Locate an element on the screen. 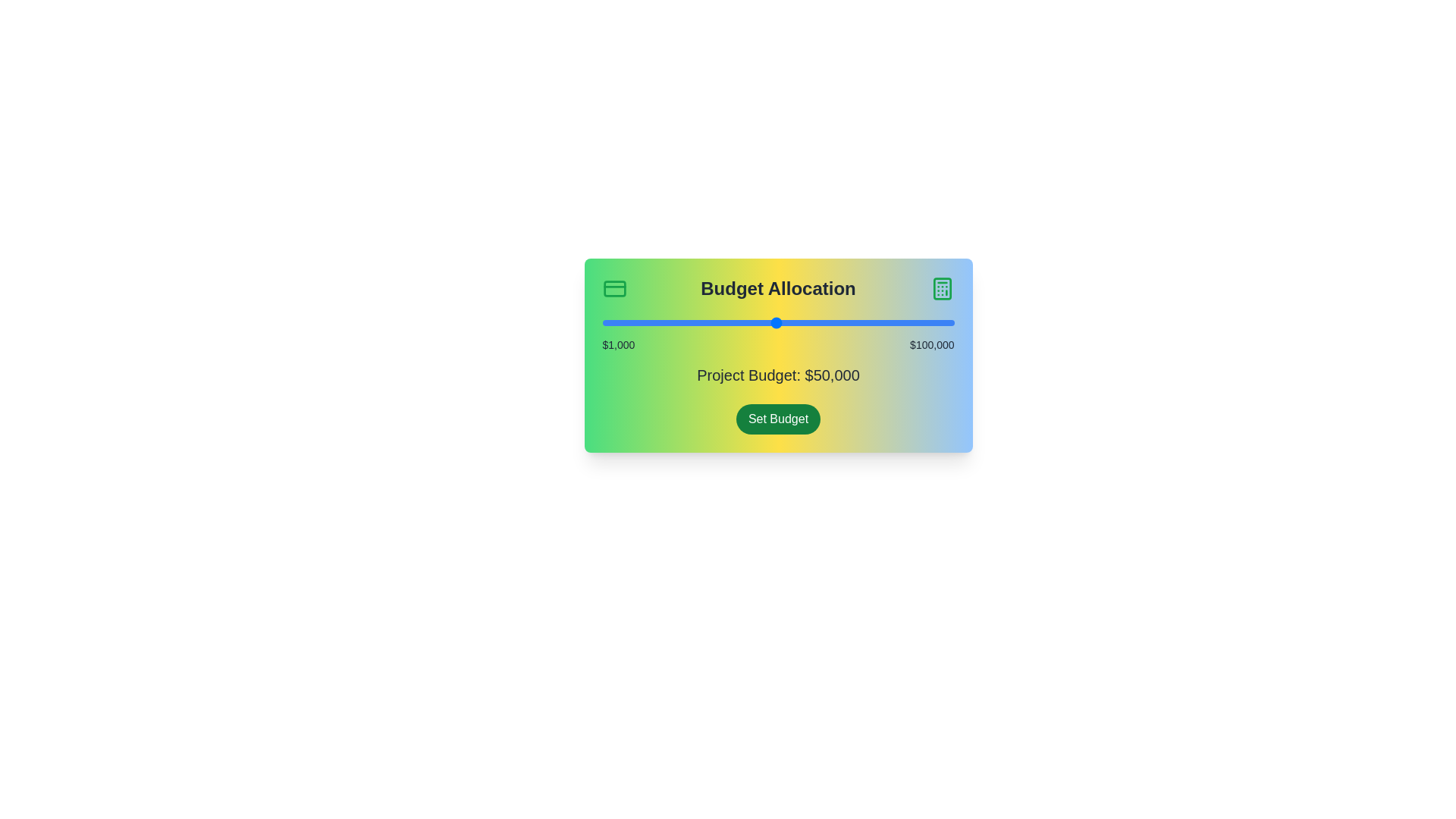 This screenshot has height=819, width=1456. the slider to set the budget to 13879 is located at coordinates (648, 322).